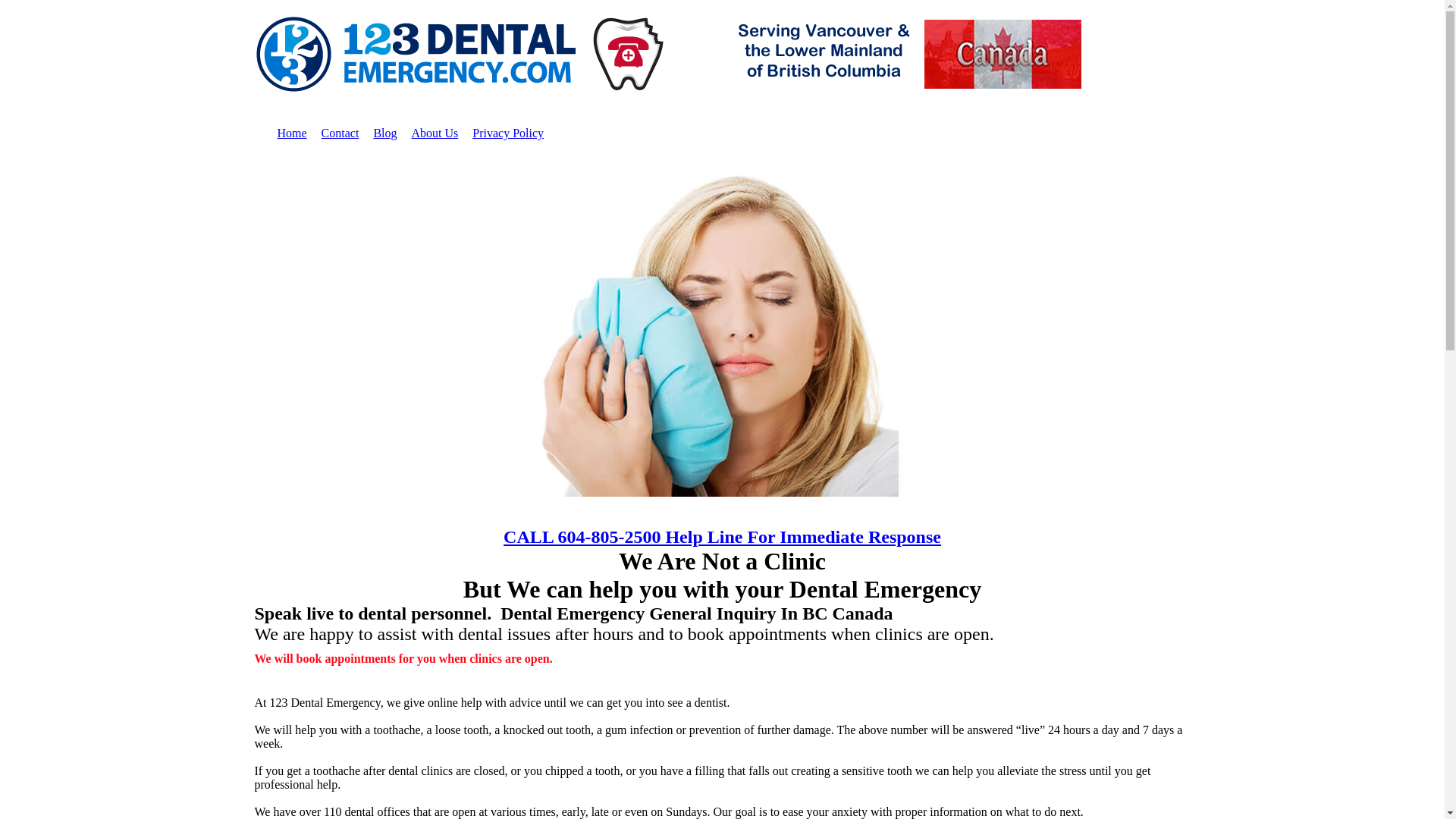 The width and height of the screenshot is (1456, 819). I want to click on 'CALL 604-805-2500 Help Line For Immediate Response', so click(721, 536).